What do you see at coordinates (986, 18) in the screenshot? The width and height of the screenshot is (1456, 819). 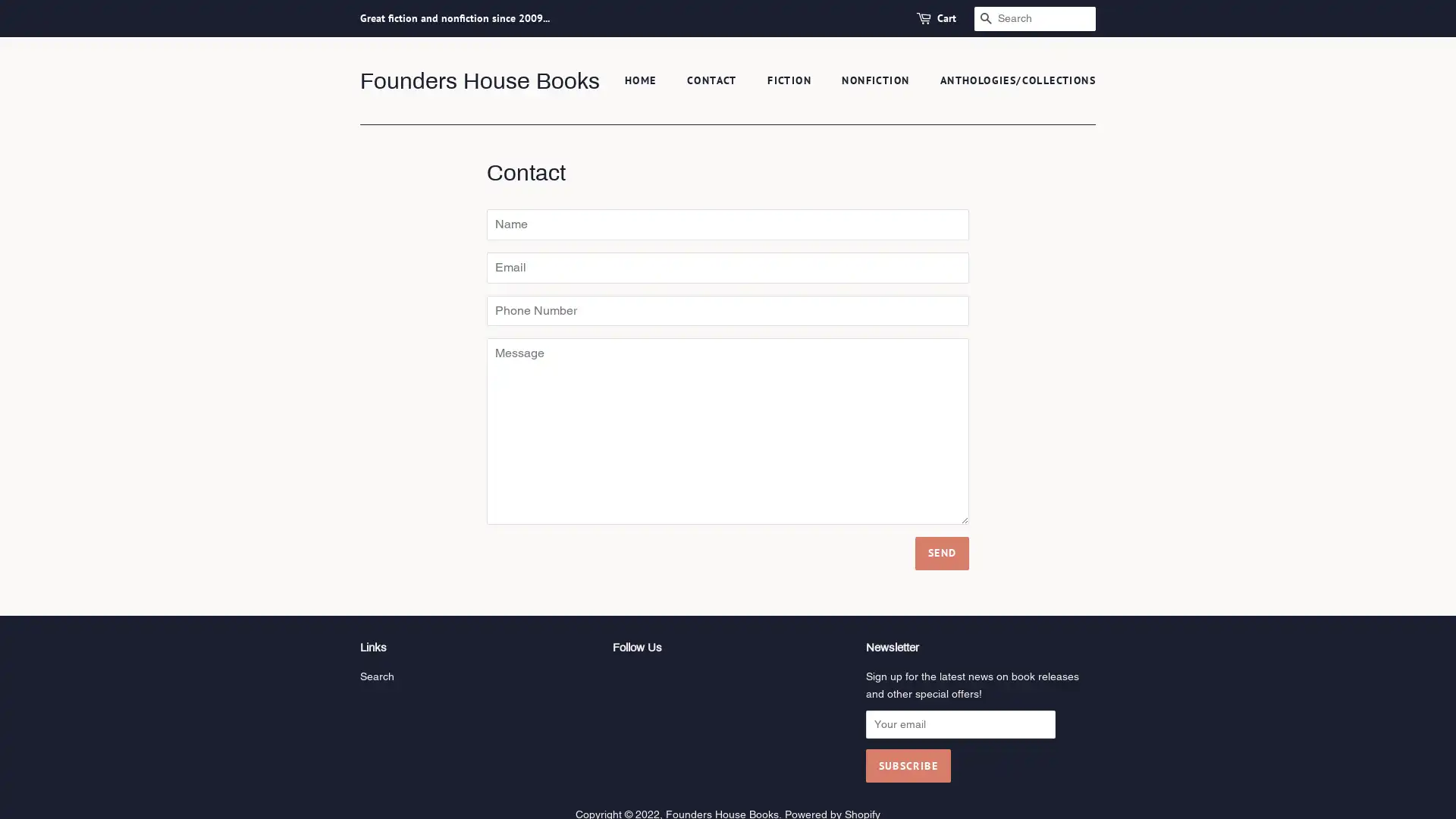 I see `SEARCH` at bounding box center [986, 18].